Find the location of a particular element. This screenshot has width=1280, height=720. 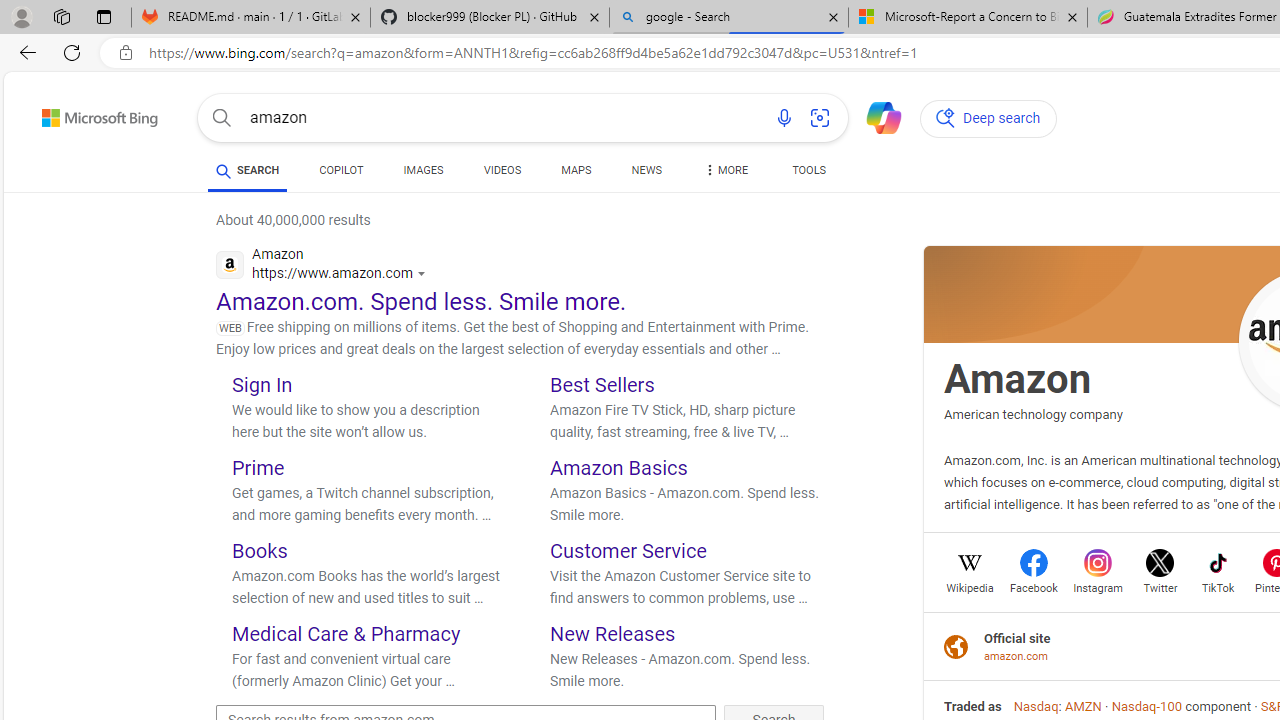

'Traded as' is located at coordinates (973, 705).